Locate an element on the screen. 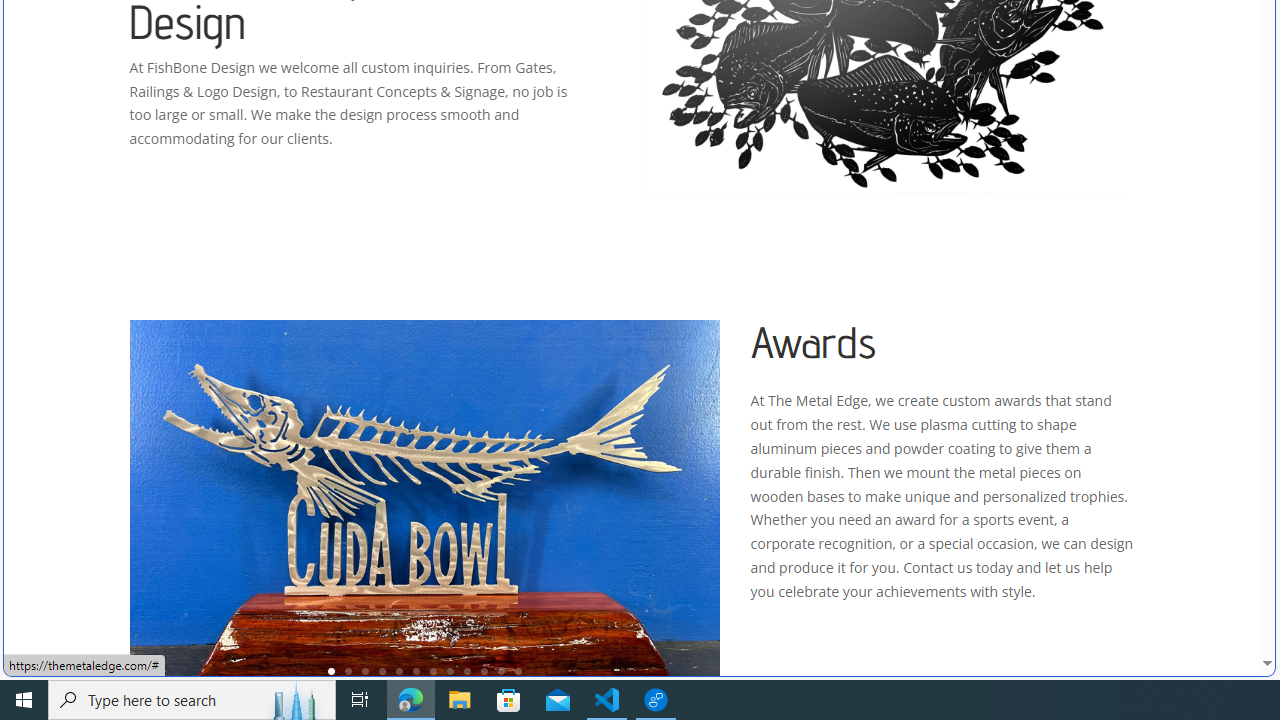 Image resolution: width=1280 pixels, height=720 pixels. '9' is located at coordinates (466, 671).